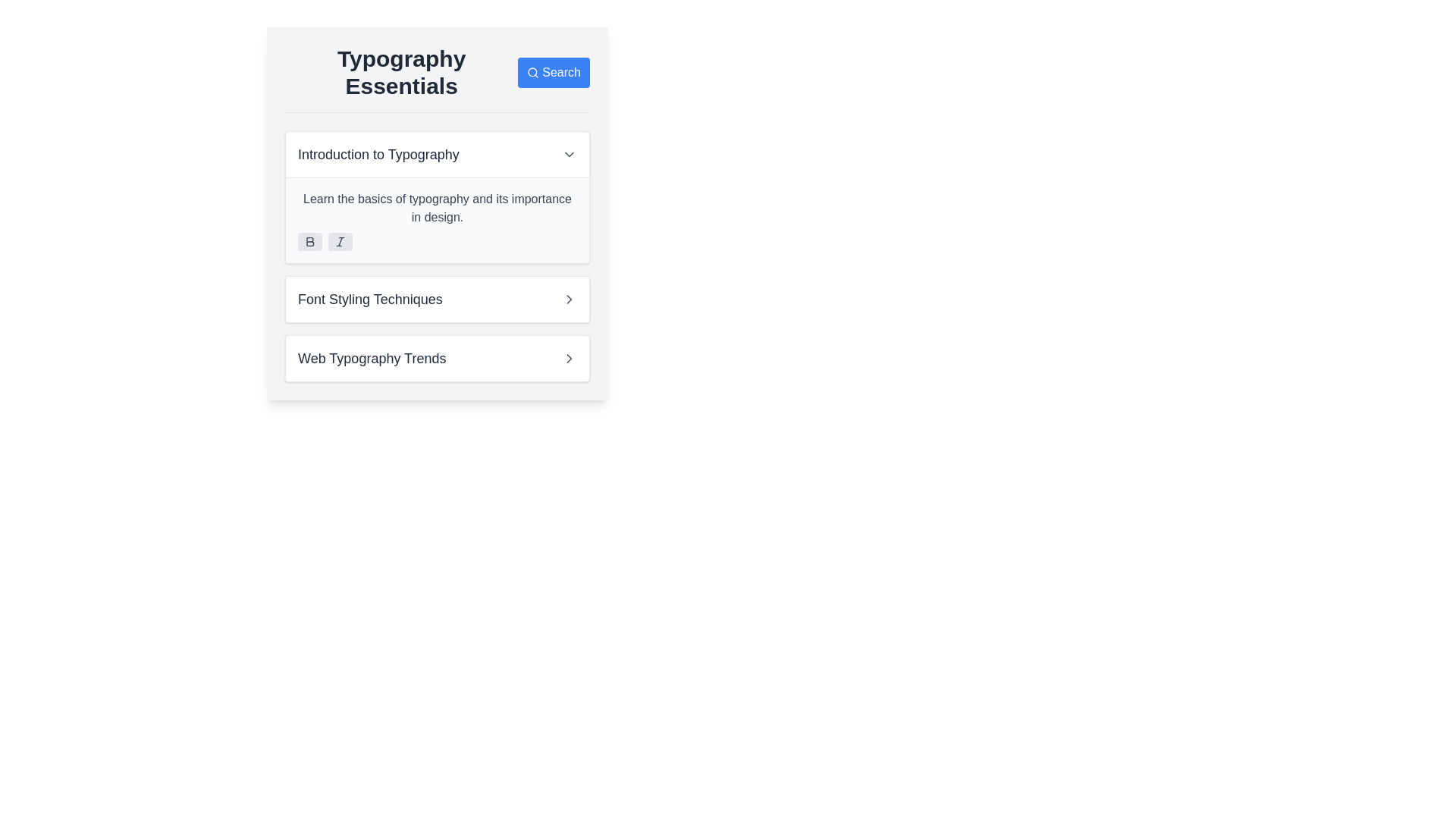 This screenshot has width=1456, height=819. Describe the element at coordinates (436, 299) in the screenshot. I see `the selectable list item labeled 'Font Styling Techniques'` at that location.